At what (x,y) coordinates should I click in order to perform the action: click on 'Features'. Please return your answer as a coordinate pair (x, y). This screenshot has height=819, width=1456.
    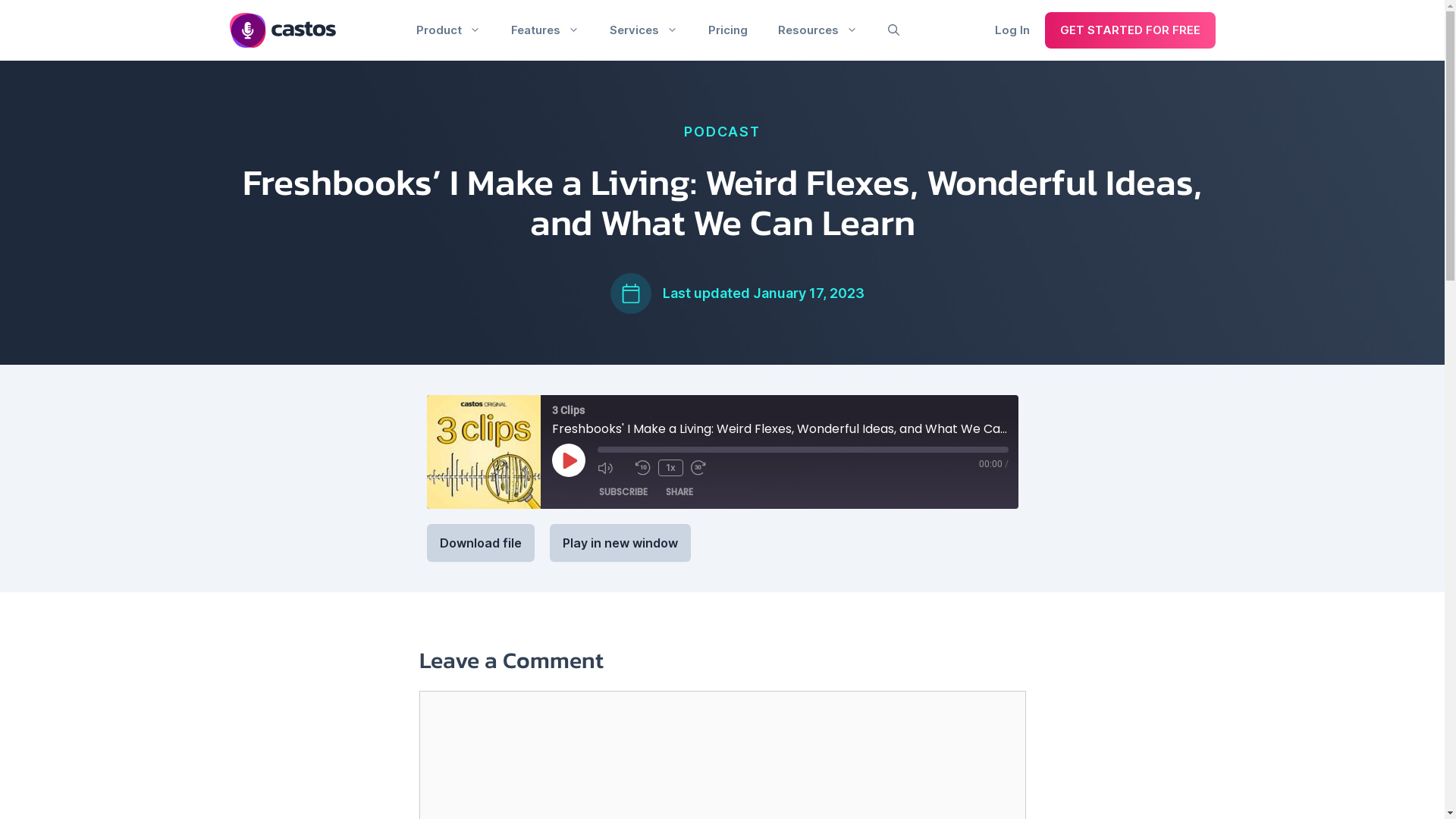
    Looking at the image, I should click on (545, 30).